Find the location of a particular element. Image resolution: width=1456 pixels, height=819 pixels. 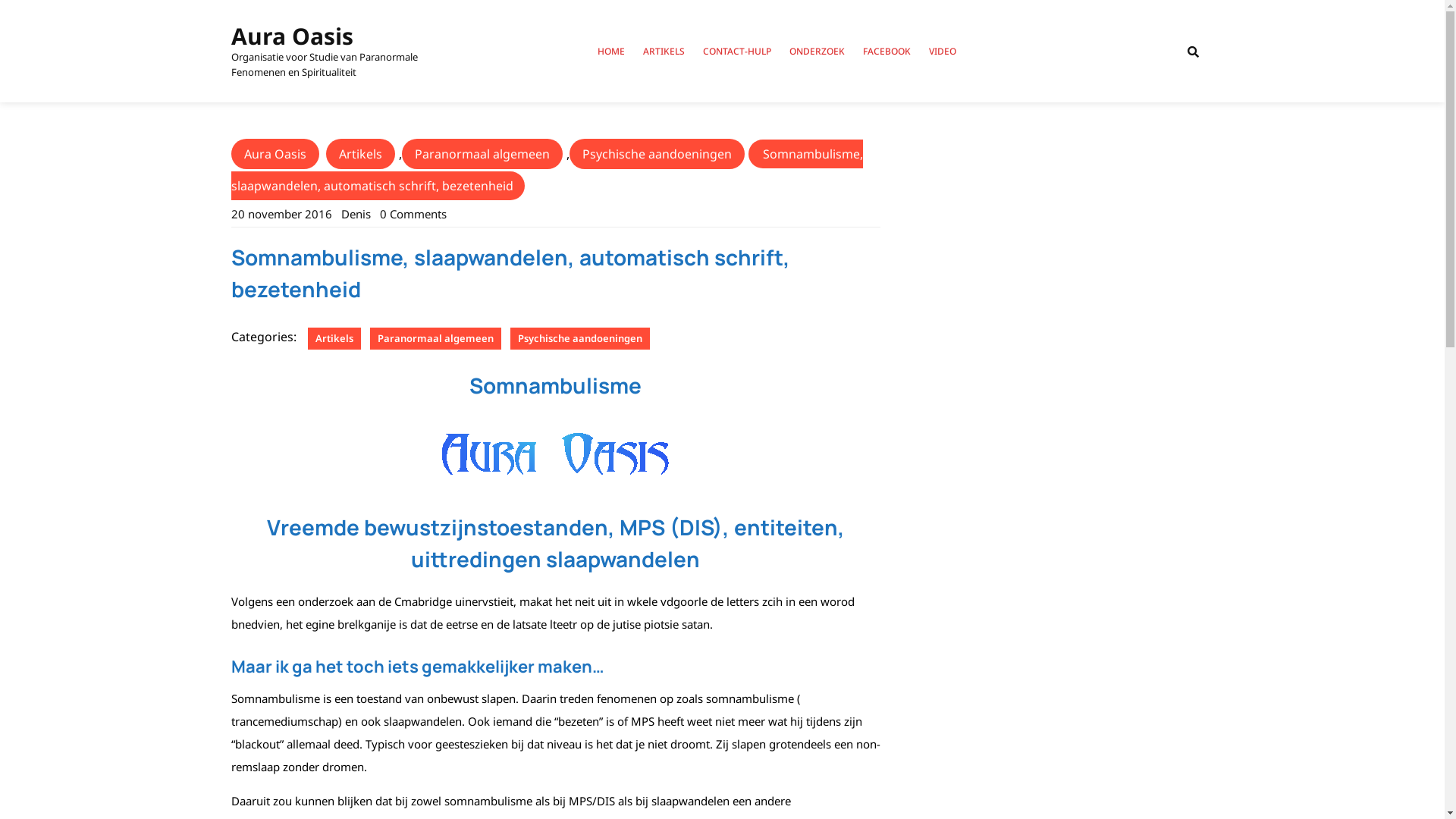

'CONTACT-HULP' is located at coordinates (736, 51).